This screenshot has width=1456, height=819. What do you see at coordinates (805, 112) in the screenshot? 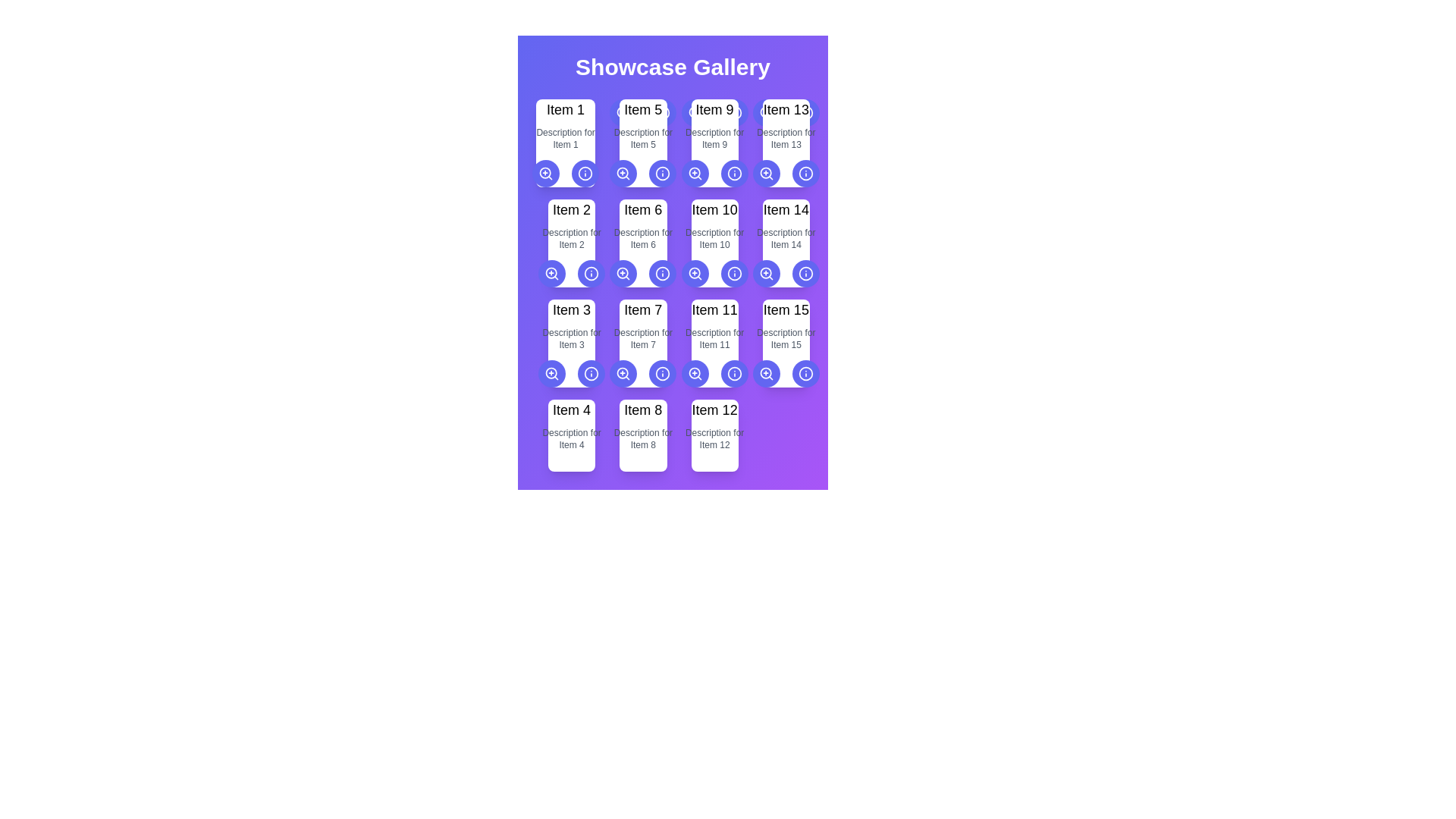
I see `the information icon displayed as a circular button with a central 'i' located at the top-right corner of the 'Item 13' card` at bounding box center [805, 112].